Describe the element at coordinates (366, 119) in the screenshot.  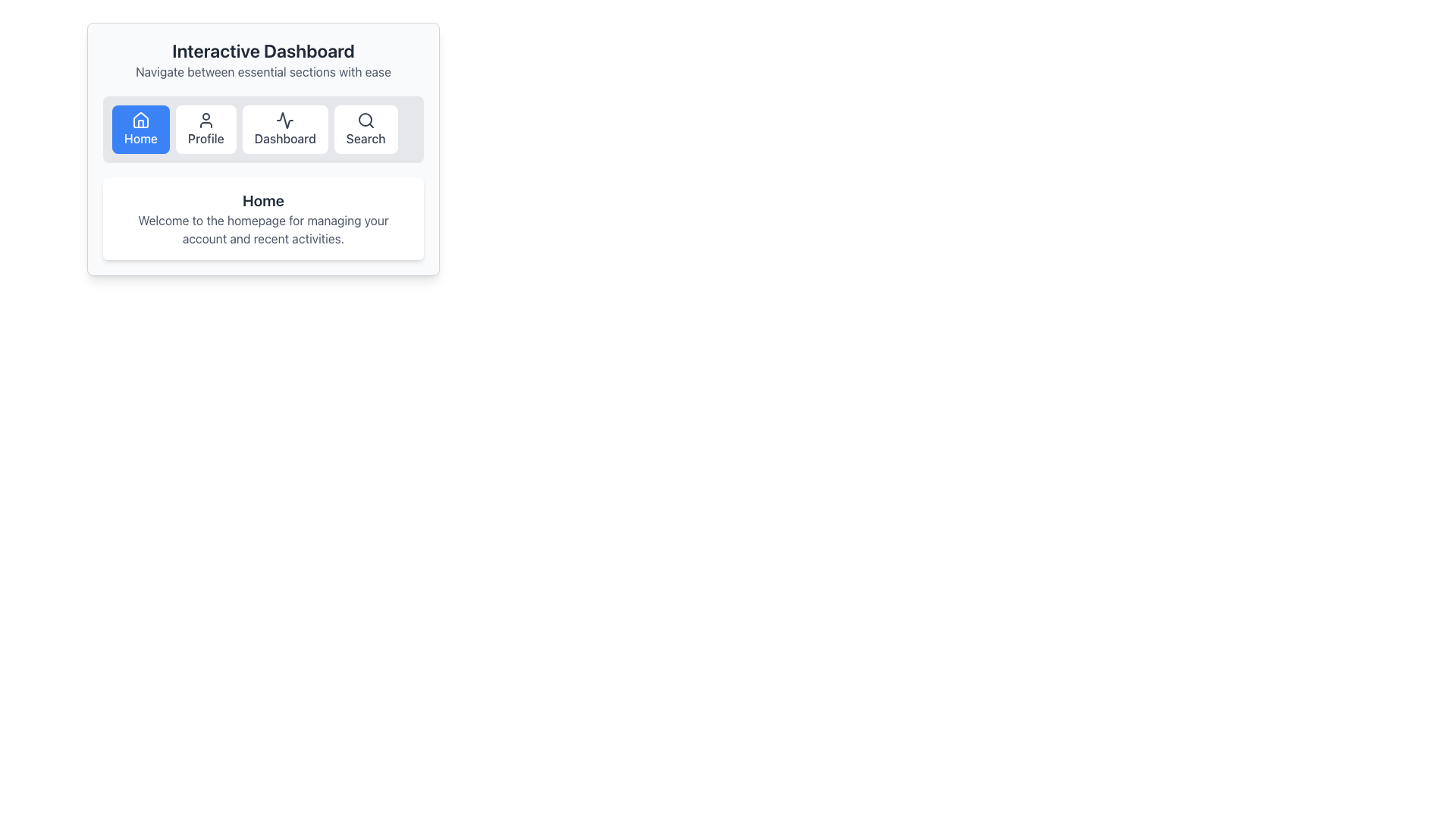
I see `the magnifying glass icon within the 'Search' button located in the rightmost position of the horizontal navigation bar` at that location.